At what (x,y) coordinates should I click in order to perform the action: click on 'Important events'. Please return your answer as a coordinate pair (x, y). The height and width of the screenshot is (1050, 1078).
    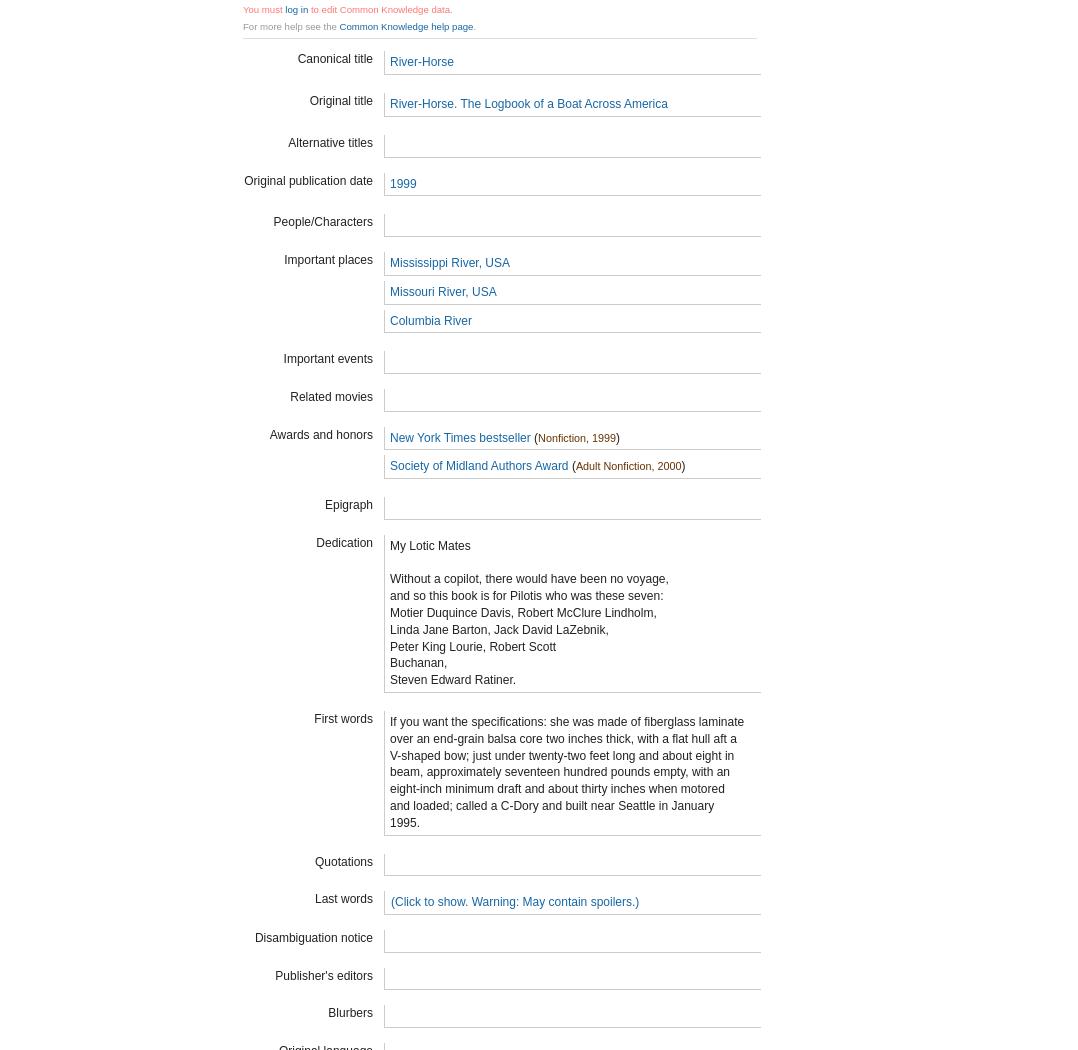
    Looking at the image, I should click on (327, 357).